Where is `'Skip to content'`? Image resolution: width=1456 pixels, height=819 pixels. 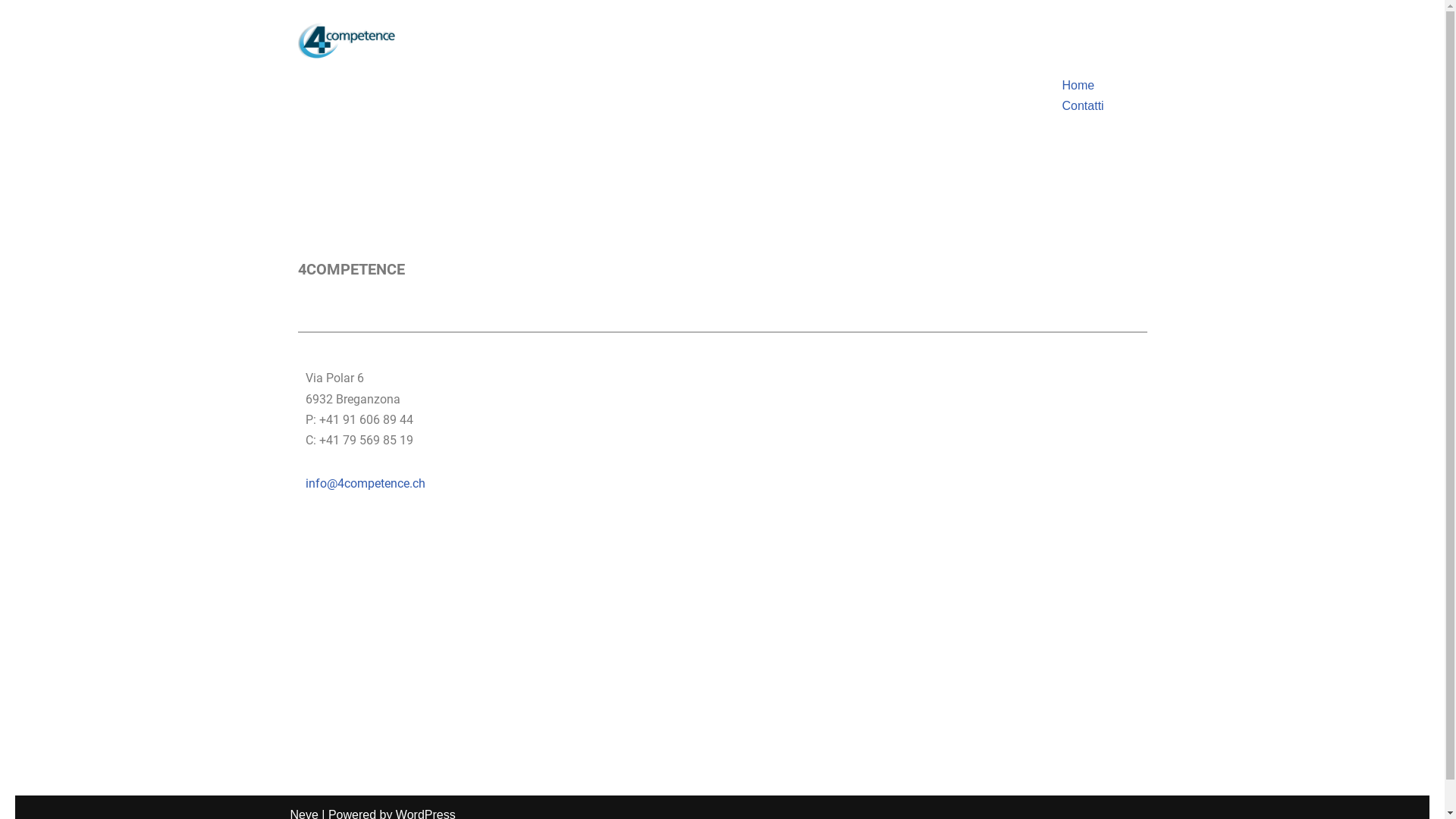 'Skip to content' is located at coordinates (26, 45).